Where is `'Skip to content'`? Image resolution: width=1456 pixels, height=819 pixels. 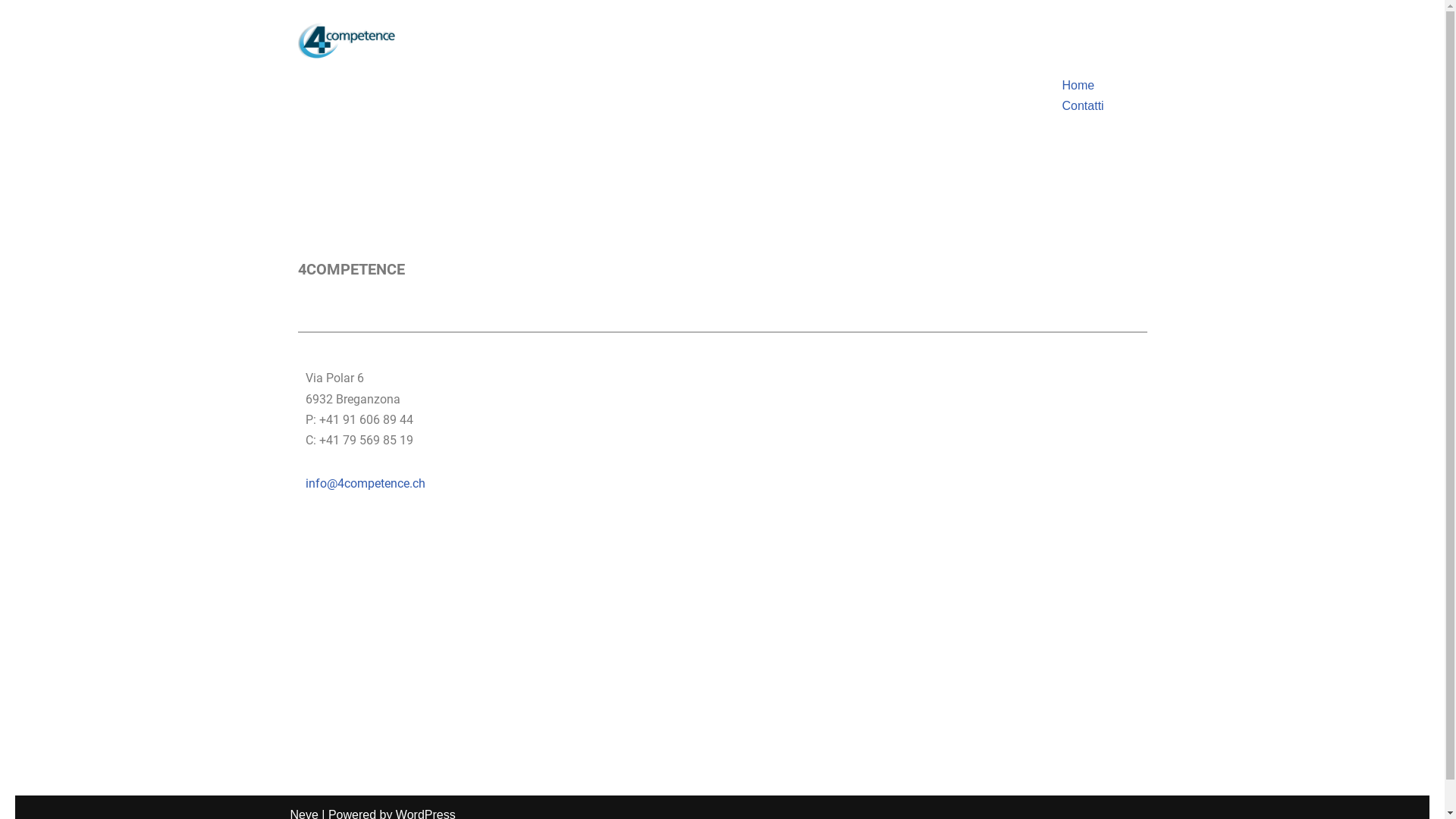 'Skip to content' is located at coordinates (26, 45).